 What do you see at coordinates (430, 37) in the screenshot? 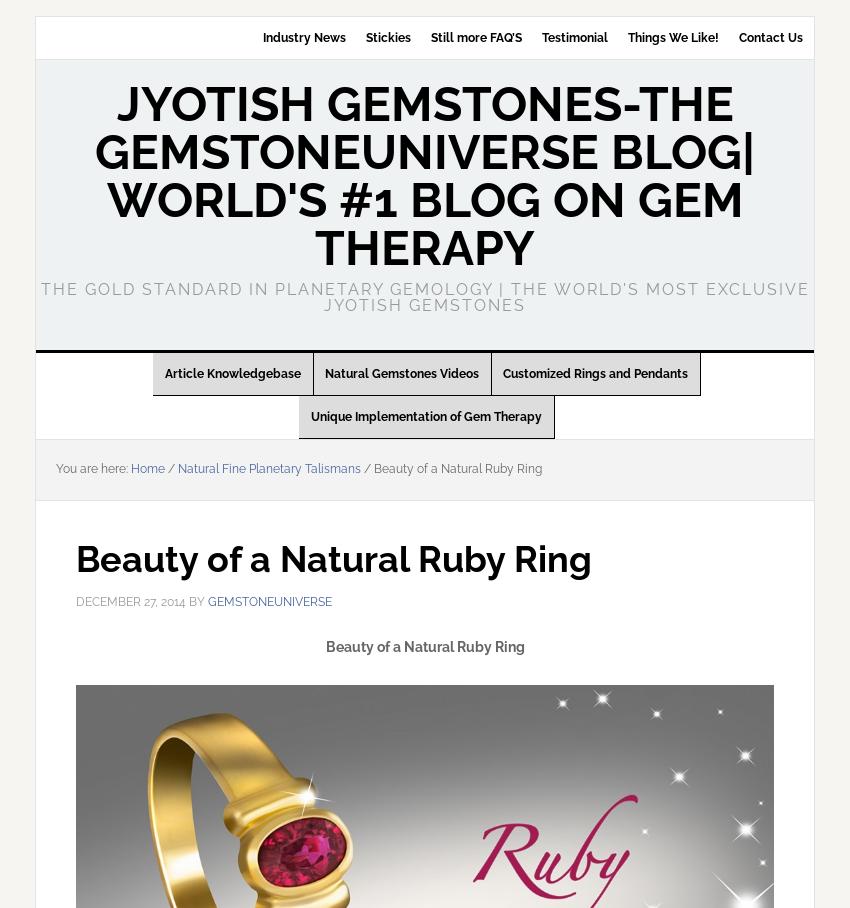
I see `'Still more FAQ’S'` at bounding box center [430, 37].